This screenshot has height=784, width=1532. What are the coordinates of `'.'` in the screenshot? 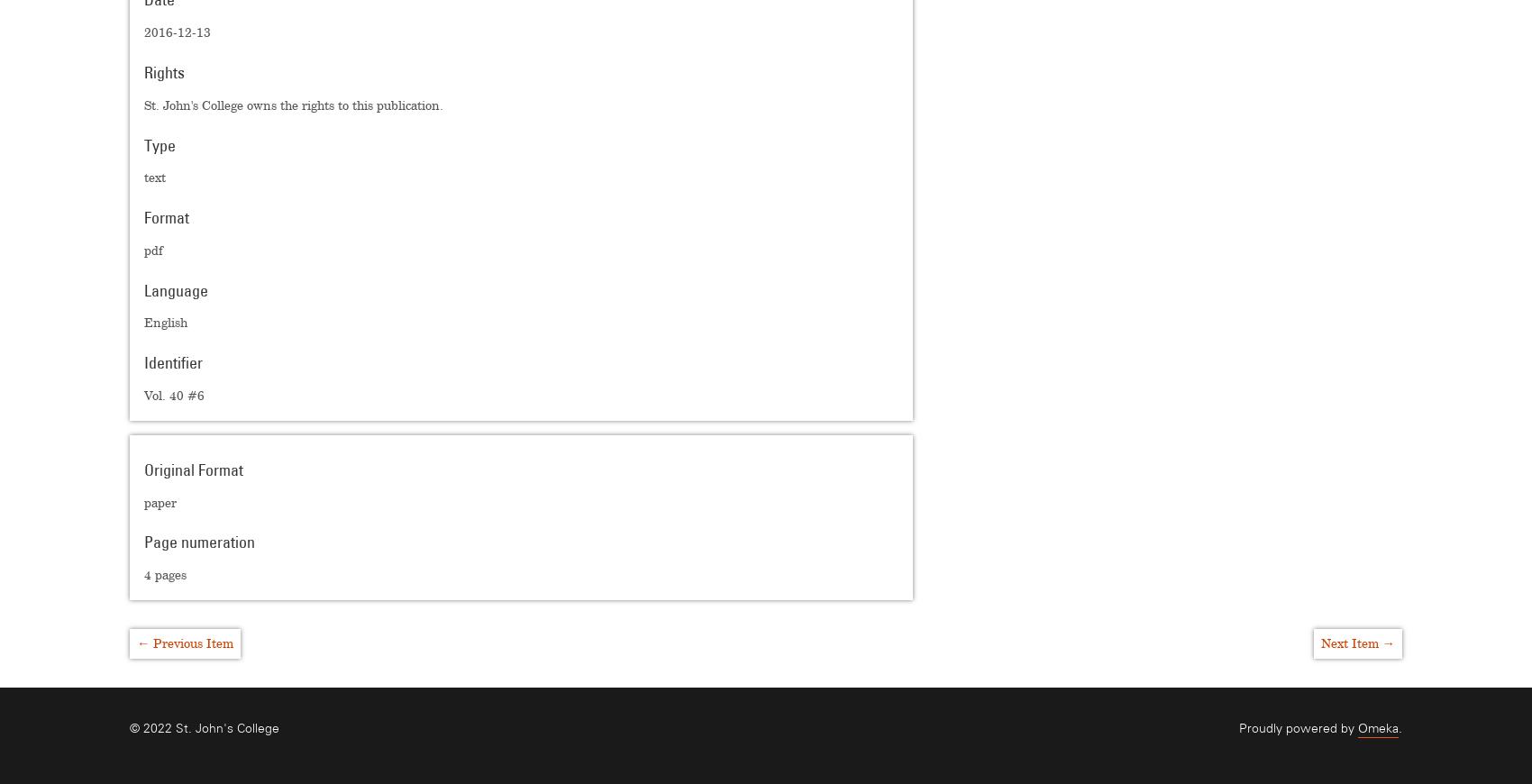 It's located at (1399, 729).